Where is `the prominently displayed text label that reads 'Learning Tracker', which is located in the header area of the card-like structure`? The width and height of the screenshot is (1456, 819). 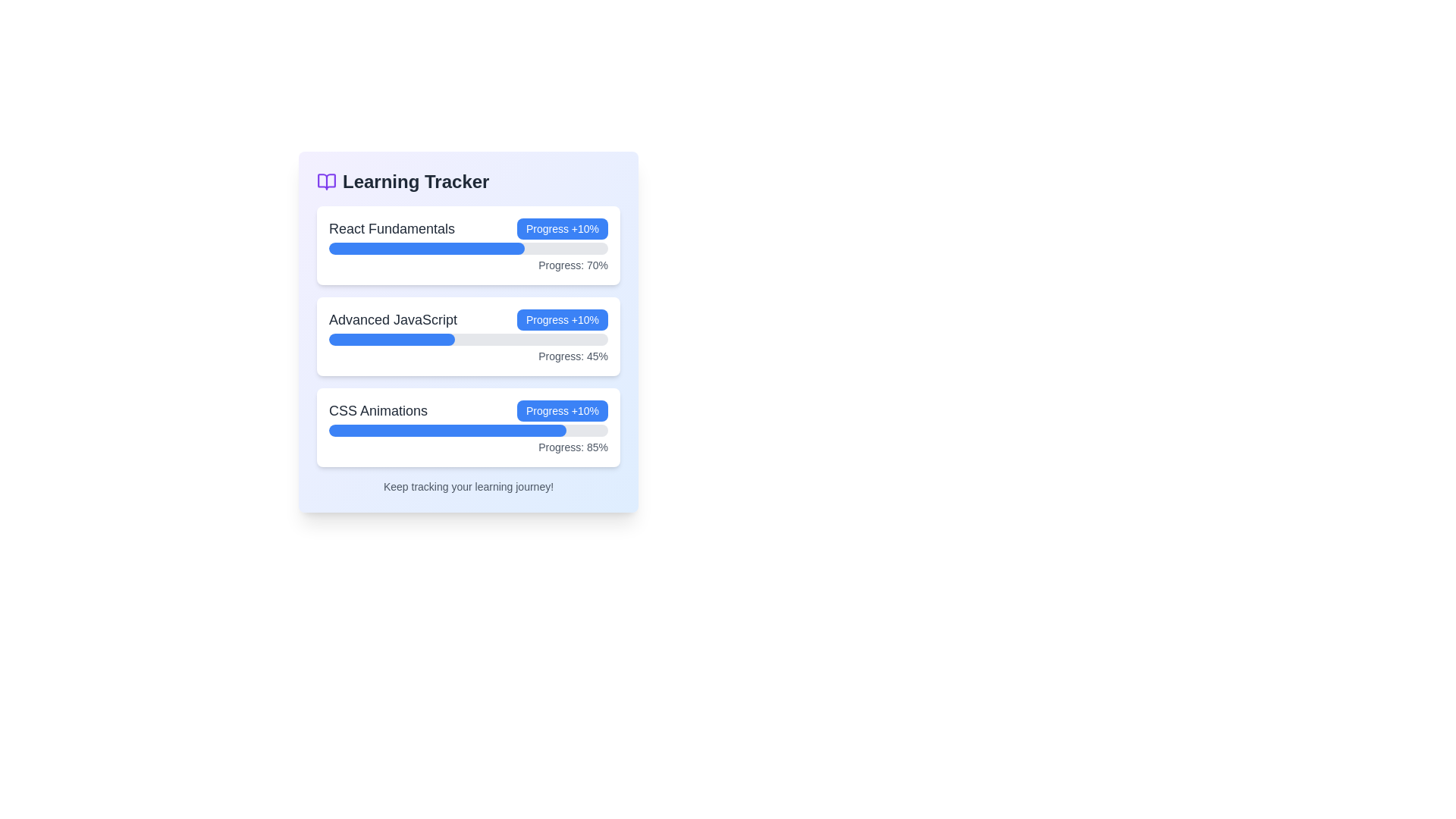
the prominently displayed text label that reads 'Learning Tracker', which is located in the header area of the card-like structure is located at coordinates (416, 180).